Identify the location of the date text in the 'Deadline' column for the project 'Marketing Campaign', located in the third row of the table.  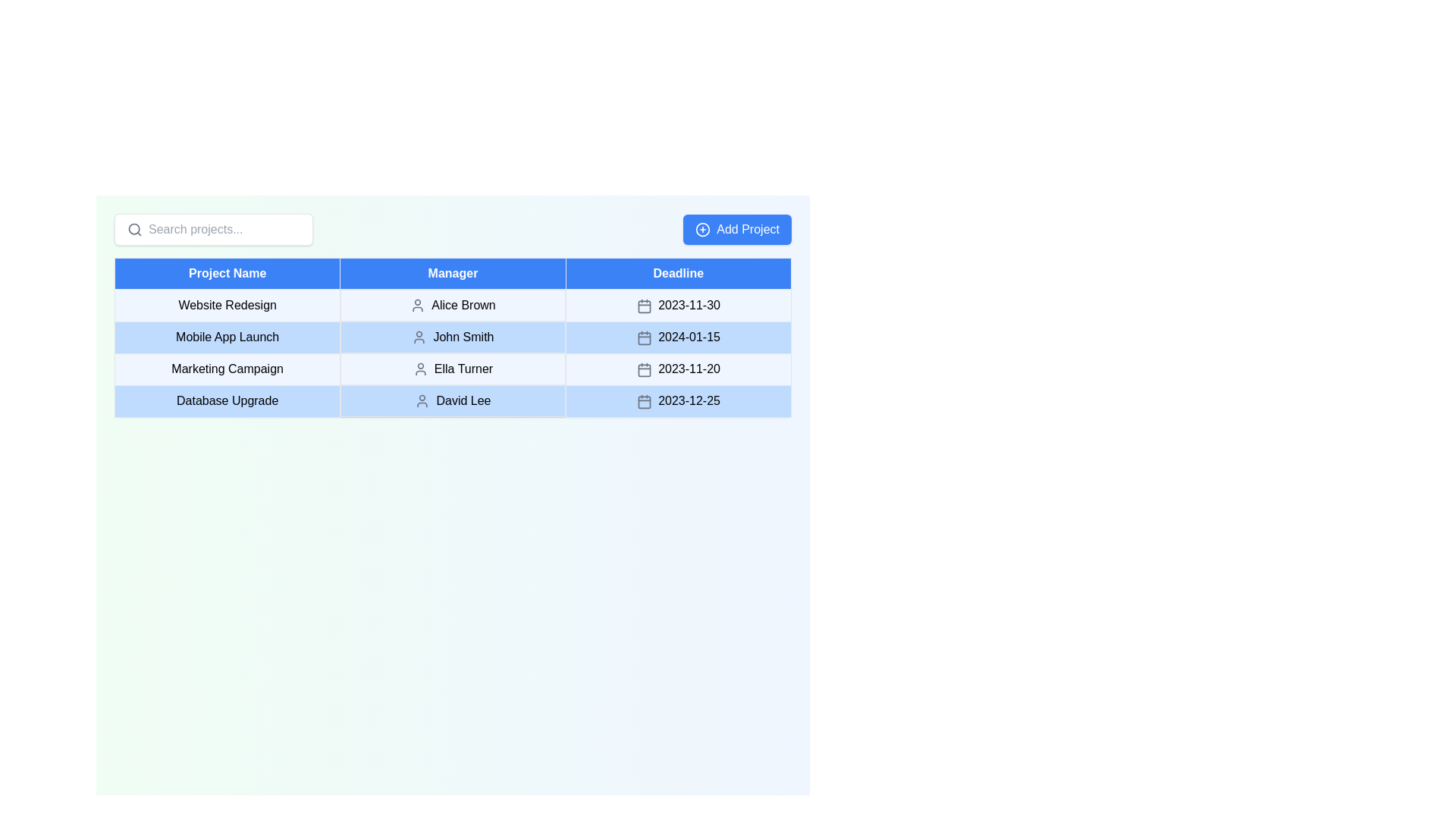
(677, 369).